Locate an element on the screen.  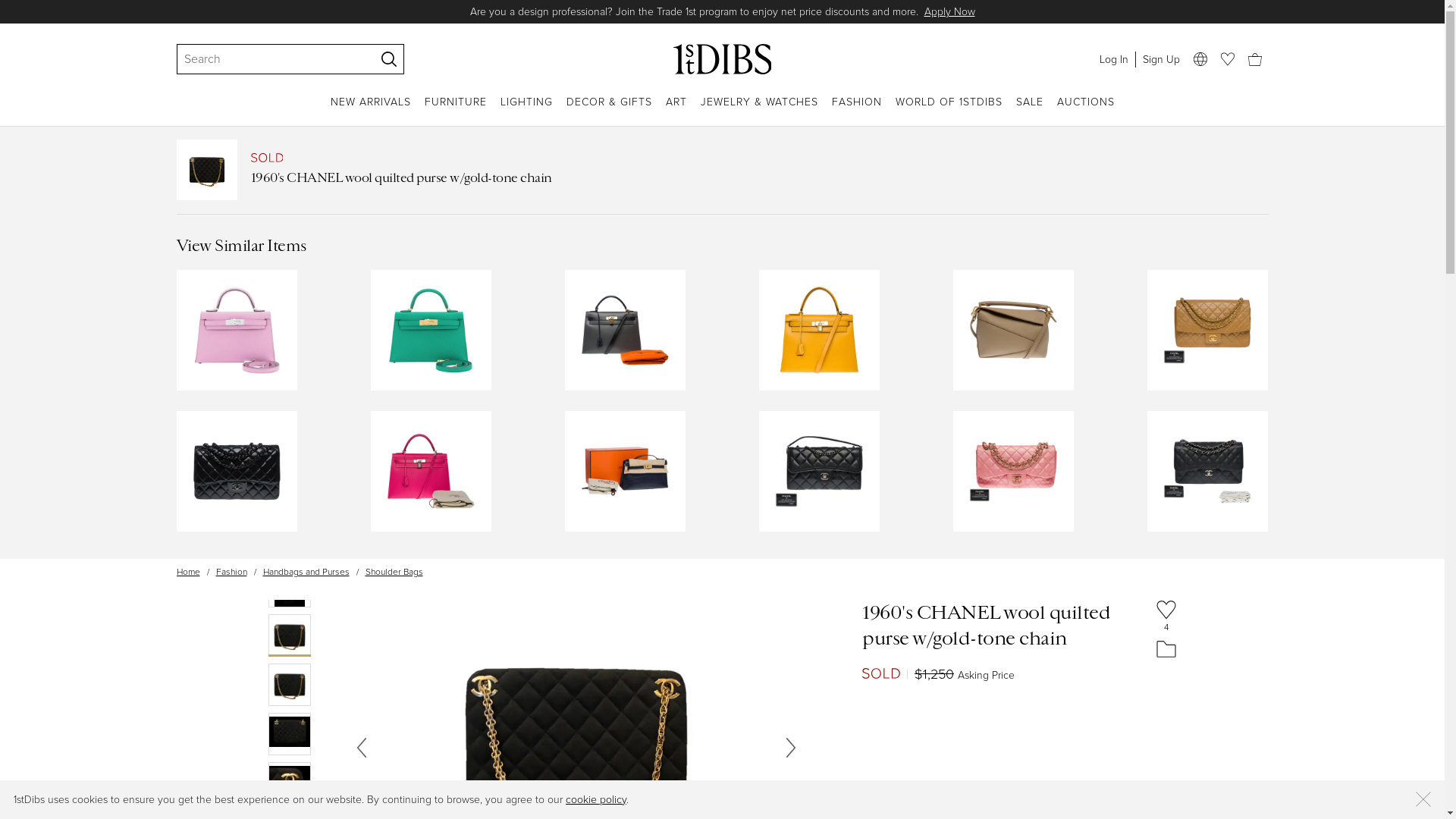
'ART' is located at coordinates (666, 109).